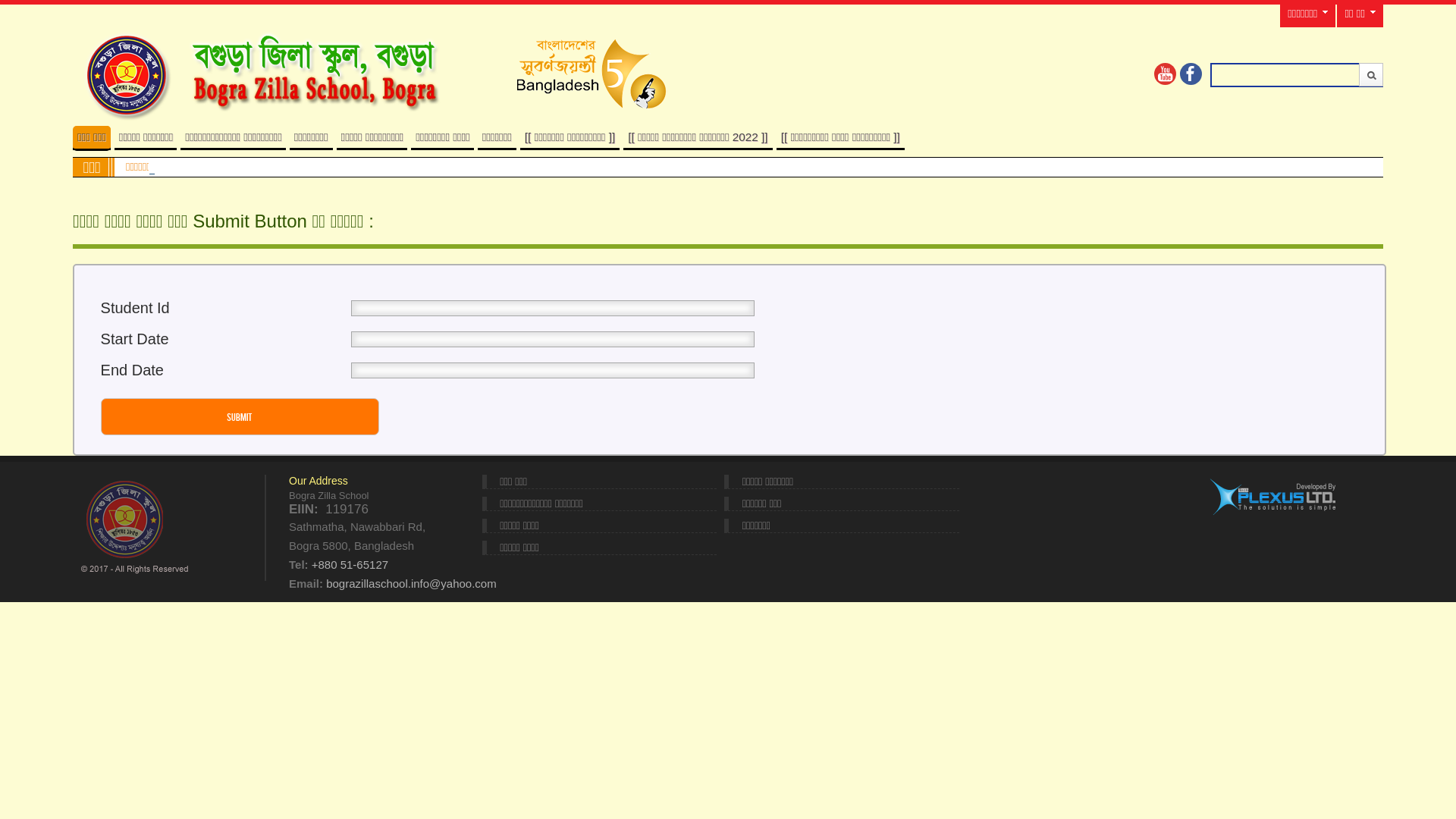  What do you see at coordinates (1358, 74) in the screenshot?
I see `'Submit'` at bounding box center [1358, 74].